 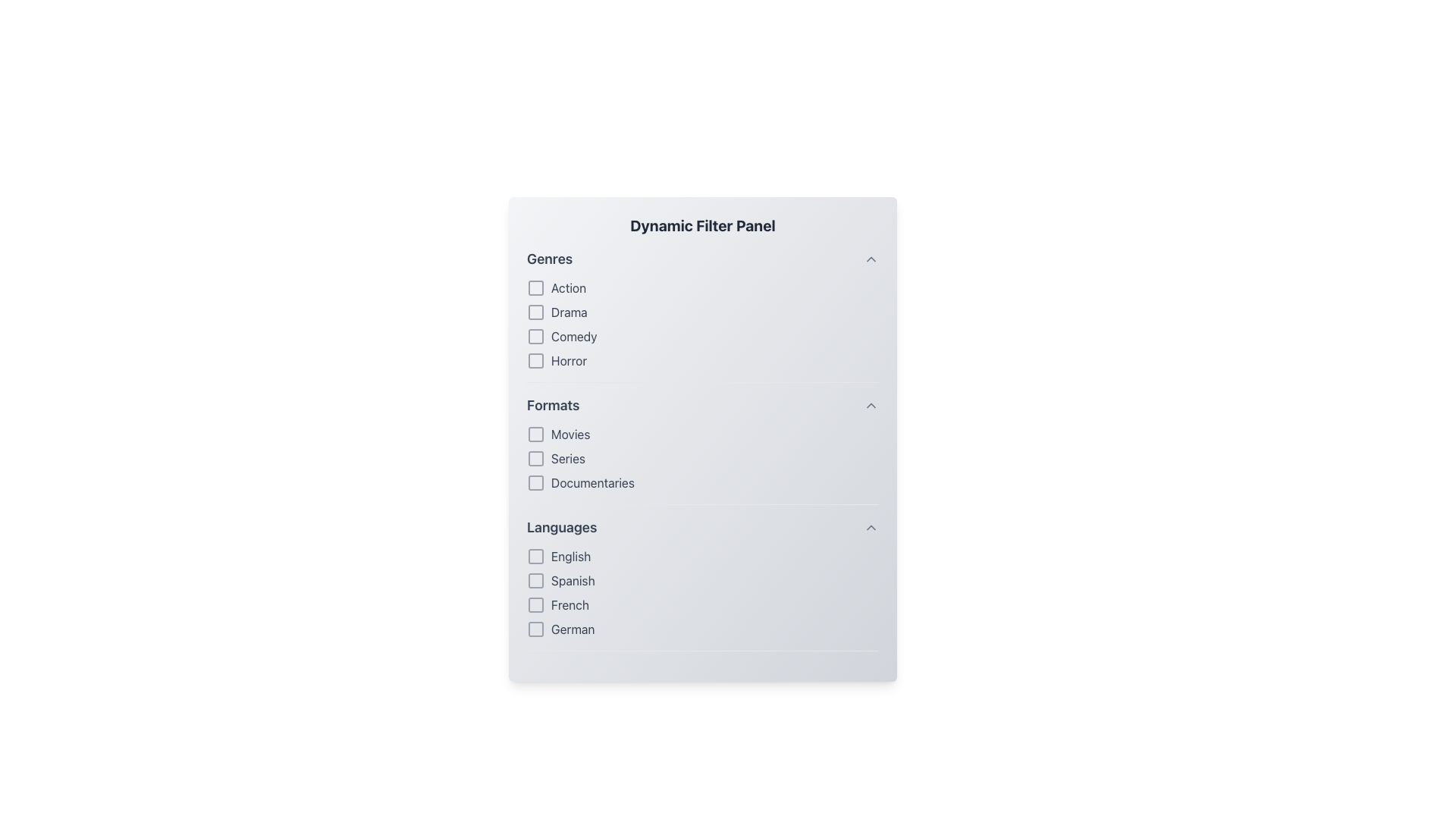 What do you see at coordinates (871, 405) in the screenshot?
I see `the collapse/expand button located at the far-right of the 'Formats' section header` at bounding box center [871, 405].